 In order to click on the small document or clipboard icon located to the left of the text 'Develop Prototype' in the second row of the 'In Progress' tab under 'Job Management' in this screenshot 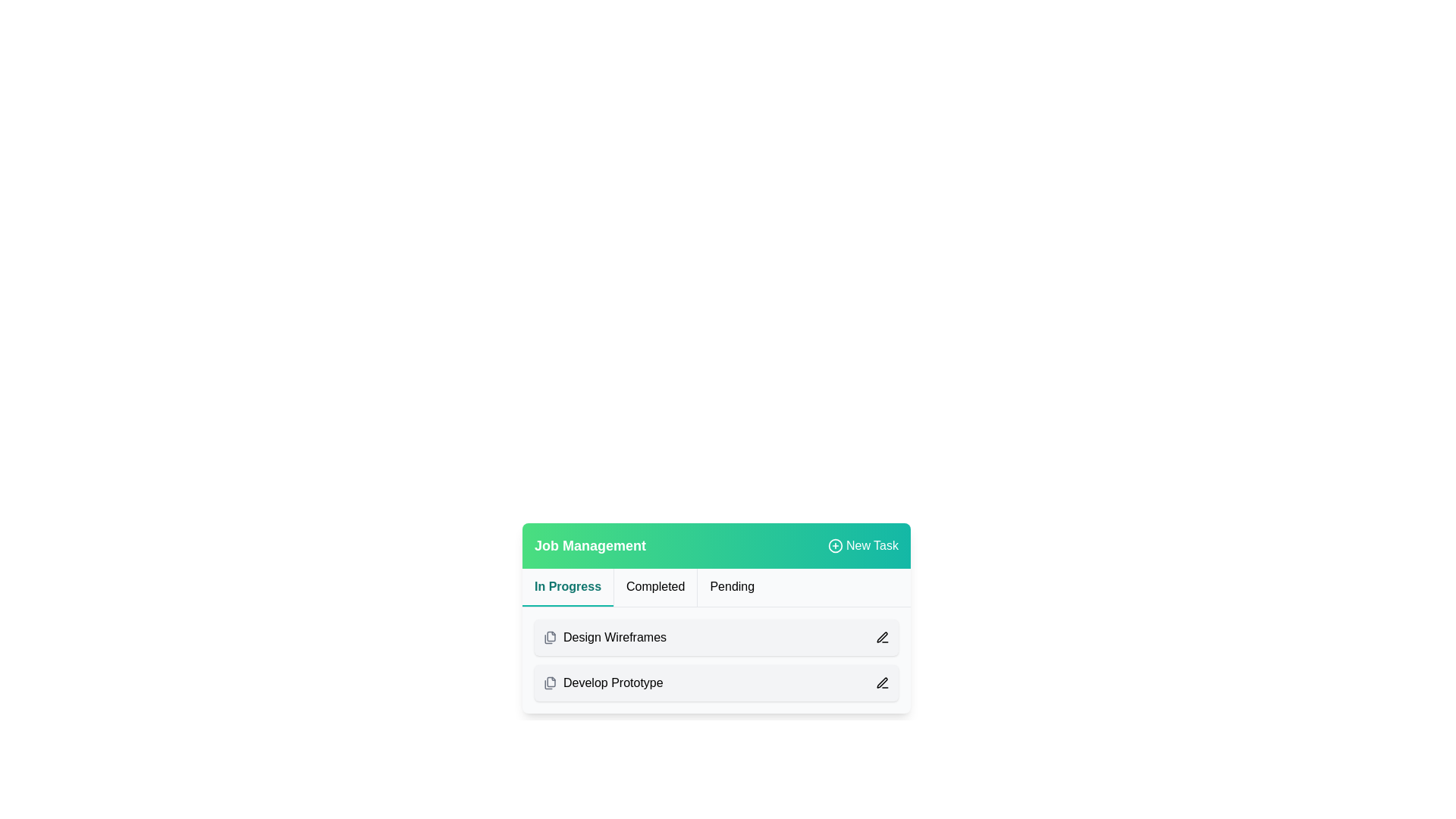, I will do `click(551, 636)`.